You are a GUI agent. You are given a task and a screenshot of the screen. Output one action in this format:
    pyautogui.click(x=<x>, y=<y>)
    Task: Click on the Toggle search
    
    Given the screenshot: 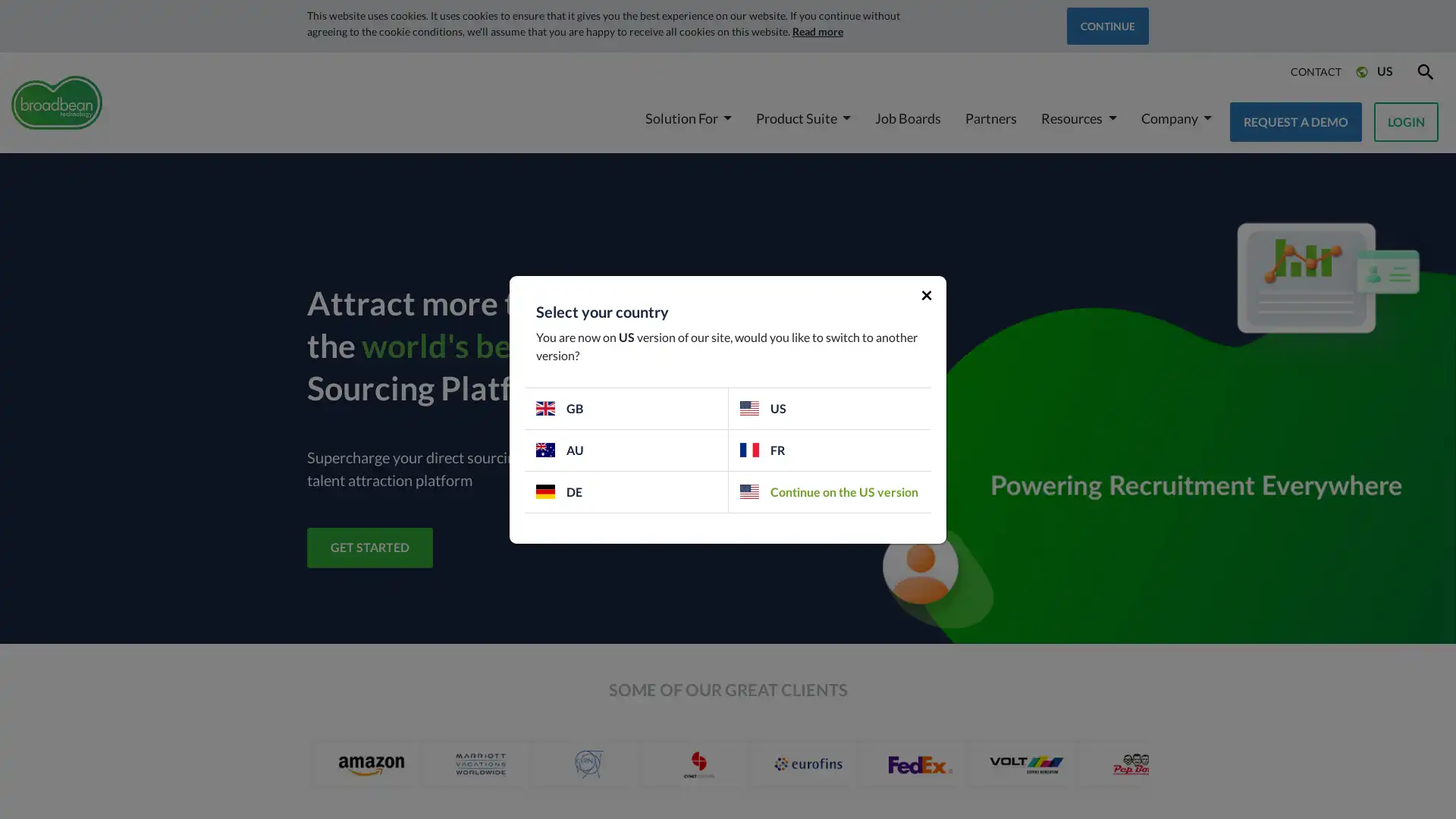 What is the action you would take?
    pyautogui.click(x=1423, y=71)
    